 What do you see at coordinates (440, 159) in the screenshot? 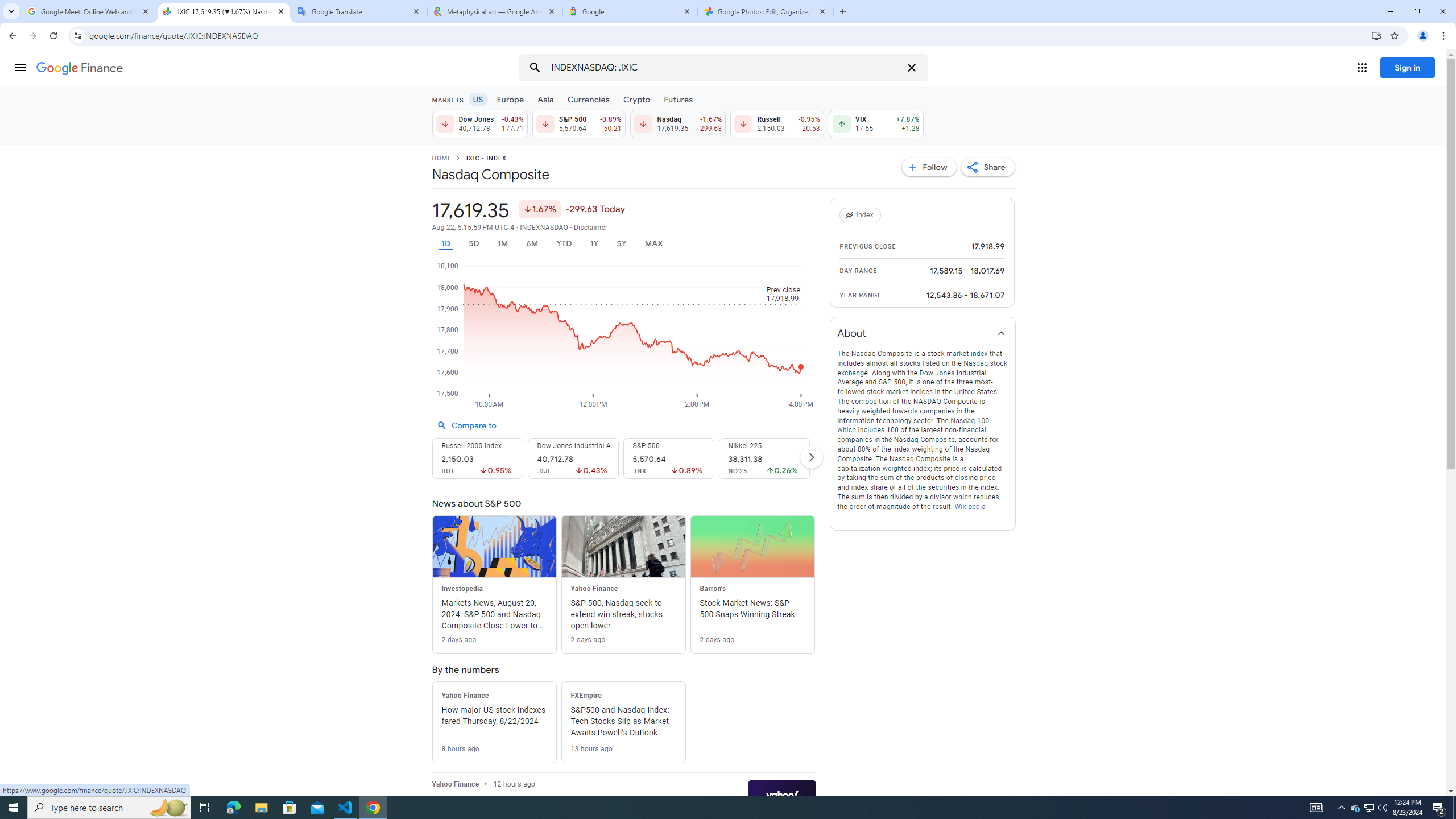
I see `'HOME'` at bounding box center [440, 159].